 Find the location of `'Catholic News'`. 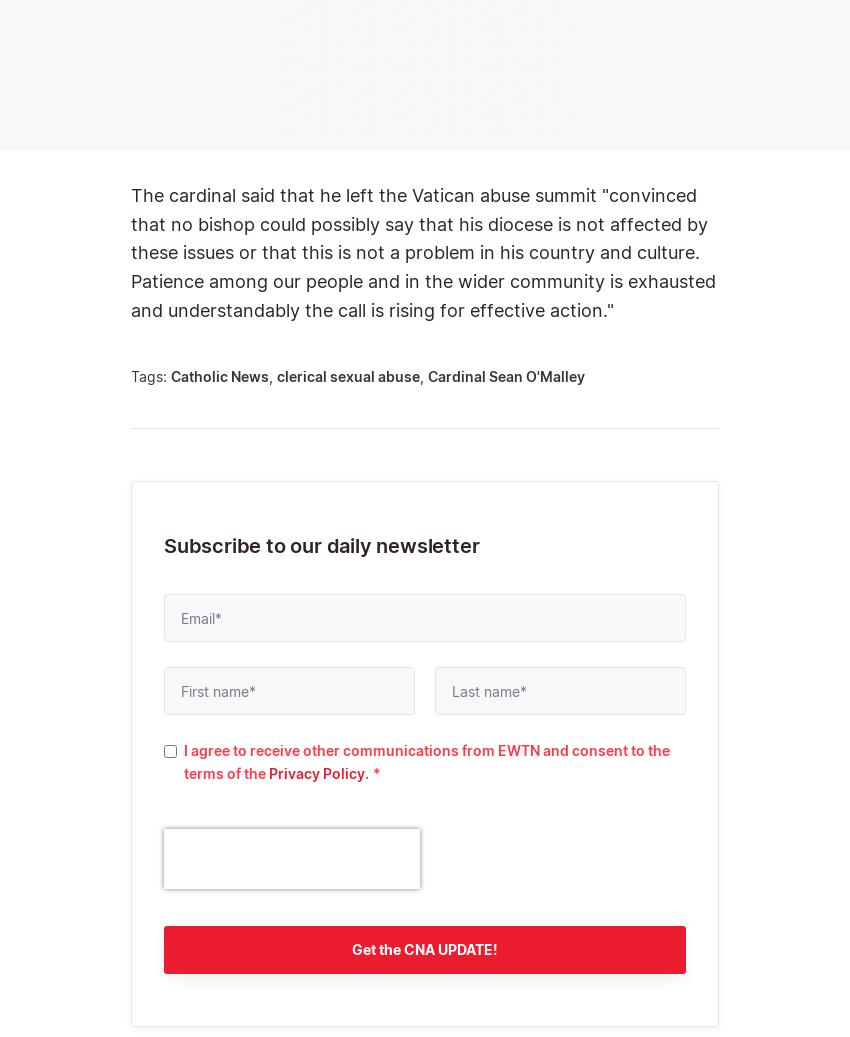

'Catholic News' is located at coordinates (170, 374).